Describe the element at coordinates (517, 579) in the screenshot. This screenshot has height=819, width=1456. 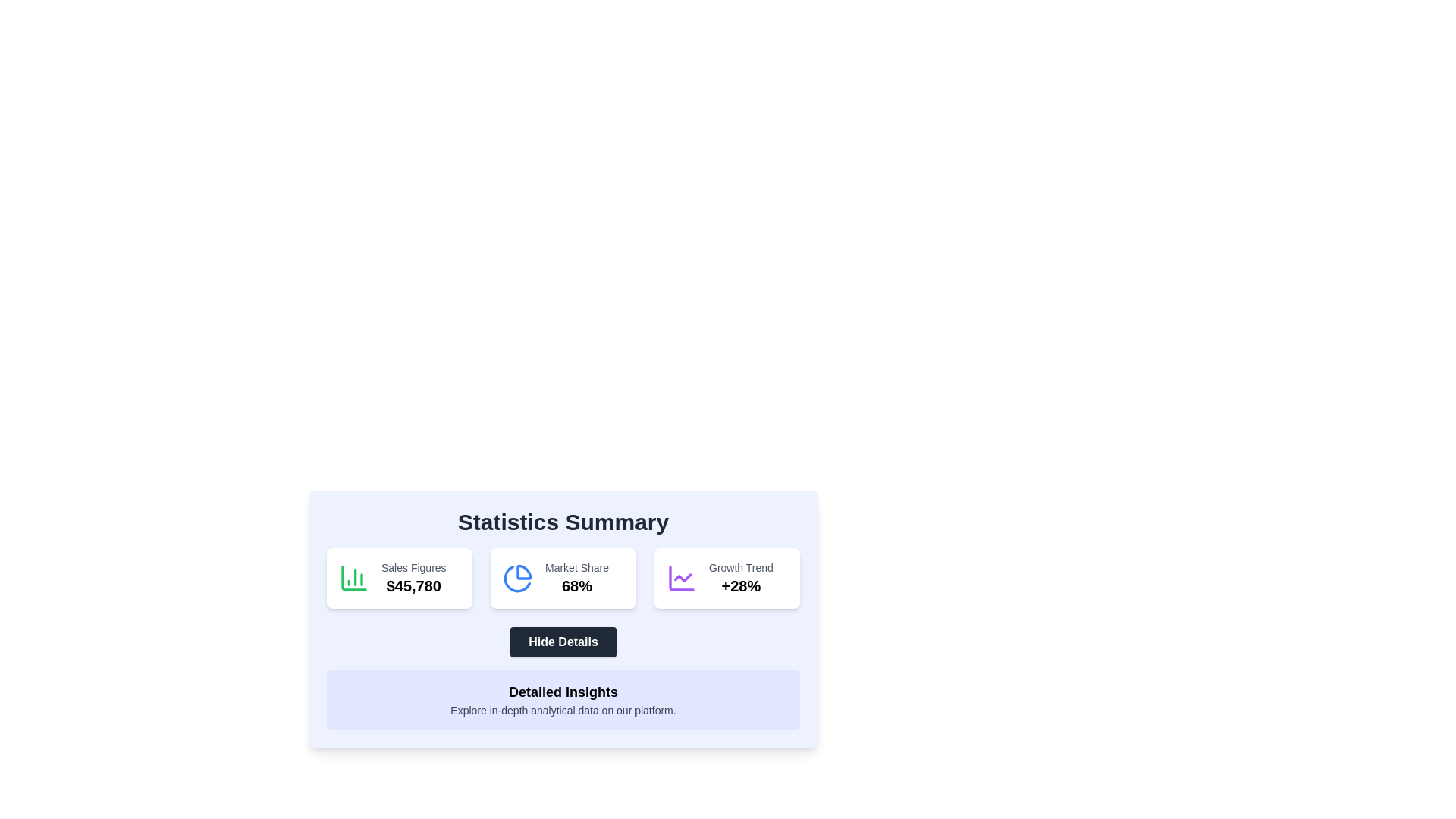
I see `the central pie chart icon in the Statistics Summary card, which visually represents market share data and is located above the 'Hide Details' button` at that location.